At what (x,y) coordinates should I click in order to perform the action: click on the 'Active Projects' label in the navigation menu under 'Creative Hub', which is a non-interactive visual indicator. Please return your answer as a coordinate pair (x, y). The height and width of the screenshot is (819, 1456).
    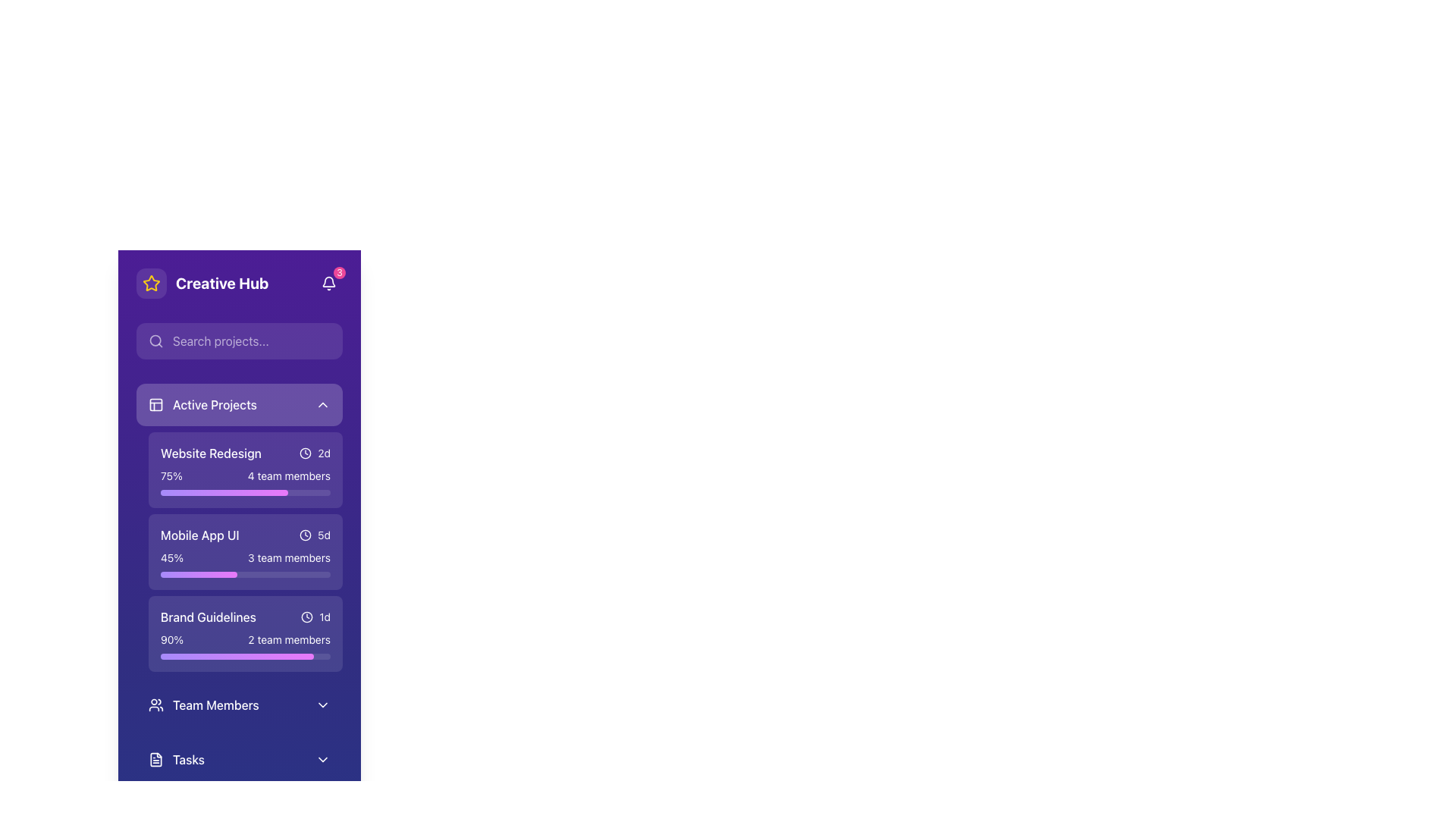
    Looking at the image, I should click on (214, 403).